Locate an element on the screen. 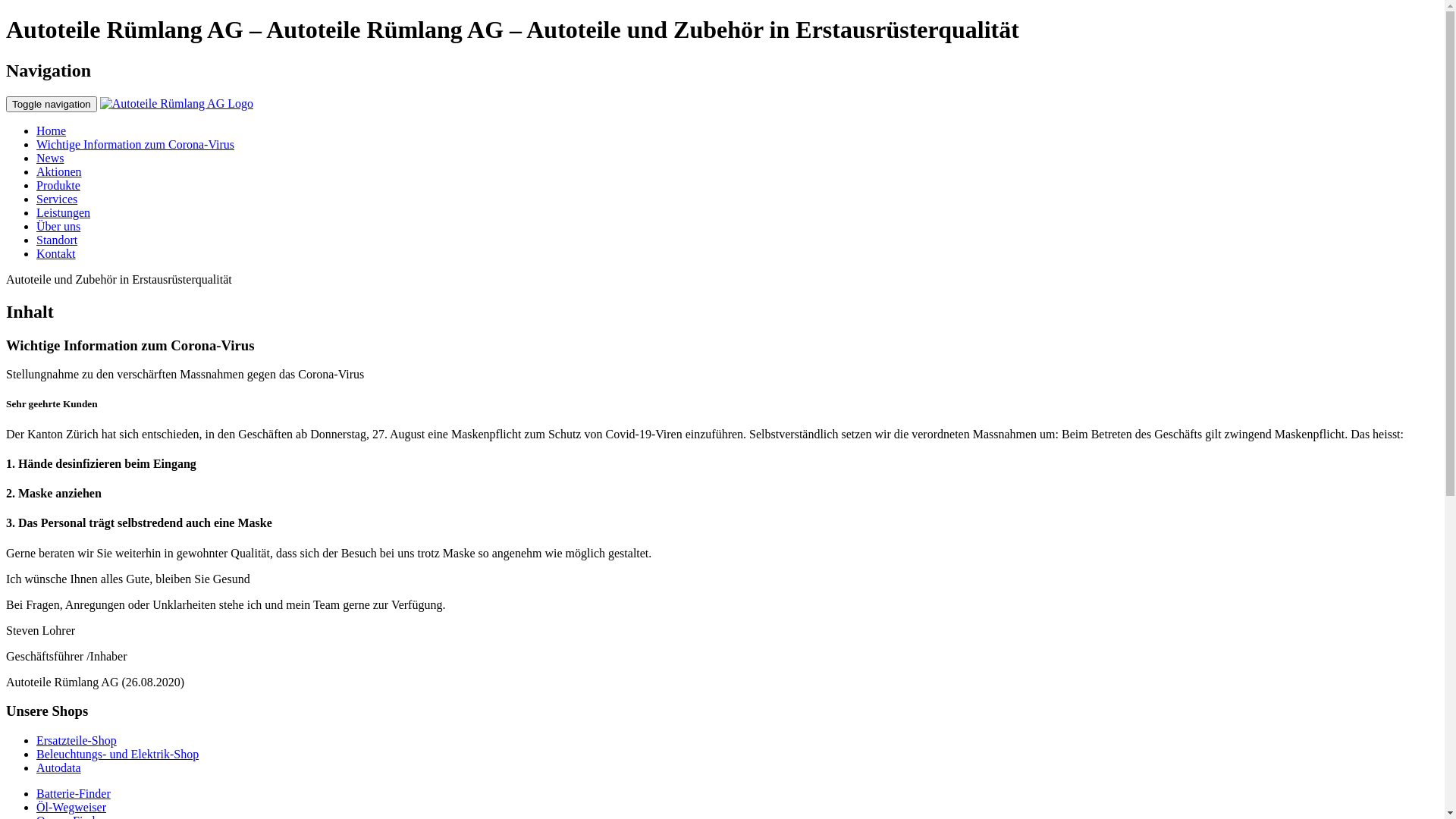 This screenshot has height=819, width=1456. 'Batterie-Finder' is located at coordinates (72, 792).